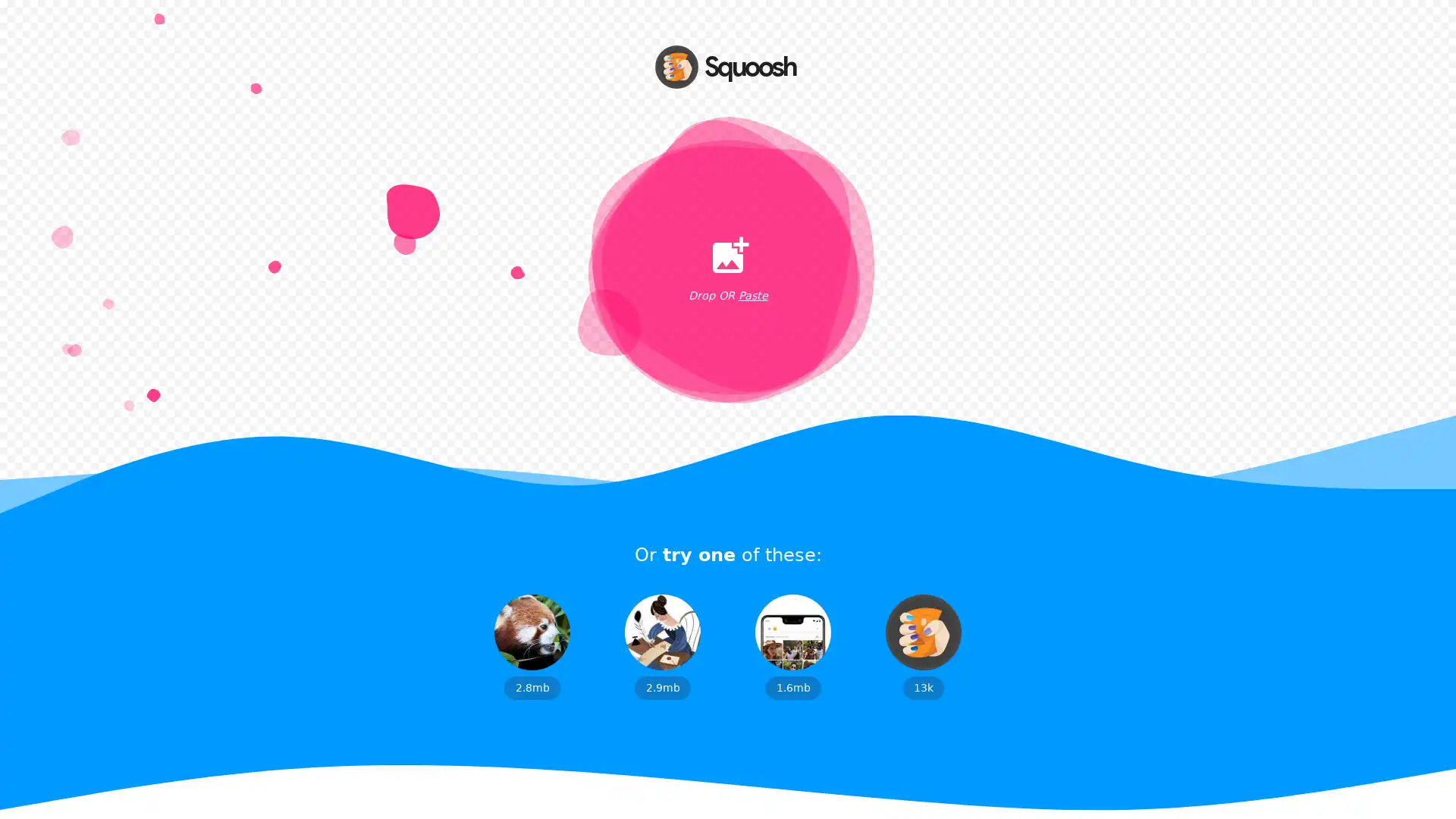 The image size is (1456, 819). I want to click on Device screen 1.6mb, so click(792, 646).